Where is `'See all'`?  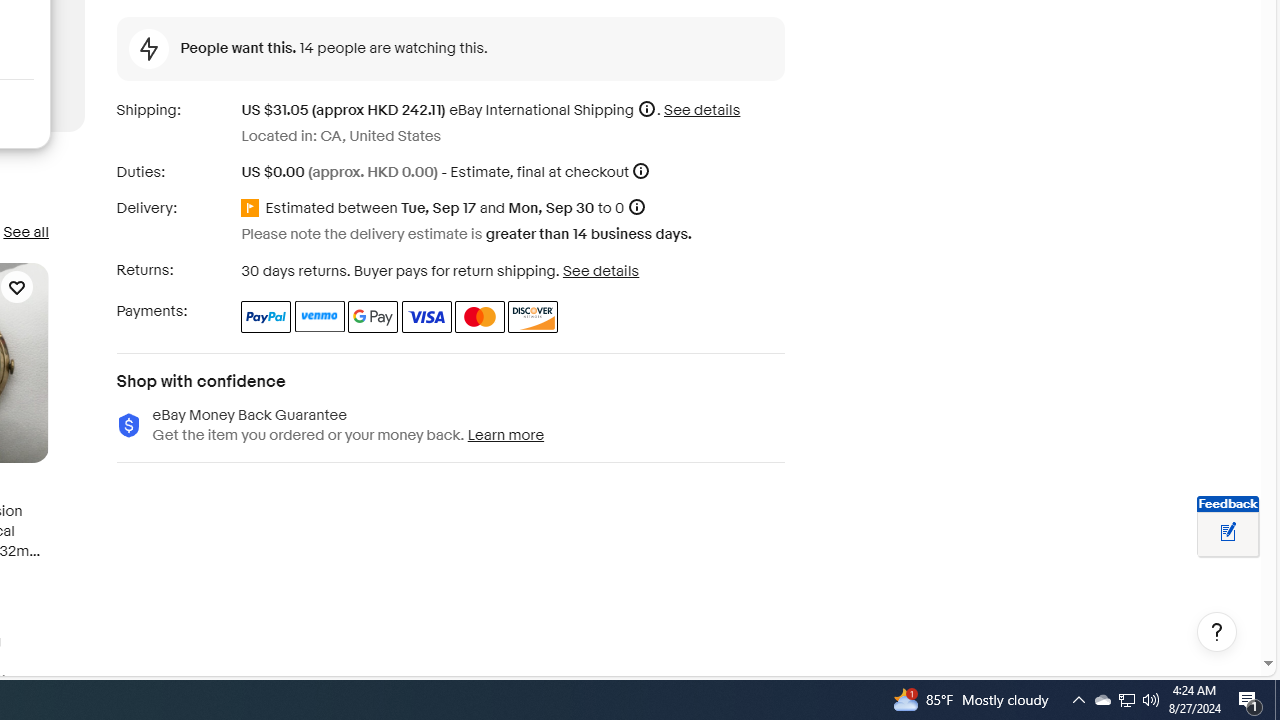
'See all' is located at coordinates (25, 231).